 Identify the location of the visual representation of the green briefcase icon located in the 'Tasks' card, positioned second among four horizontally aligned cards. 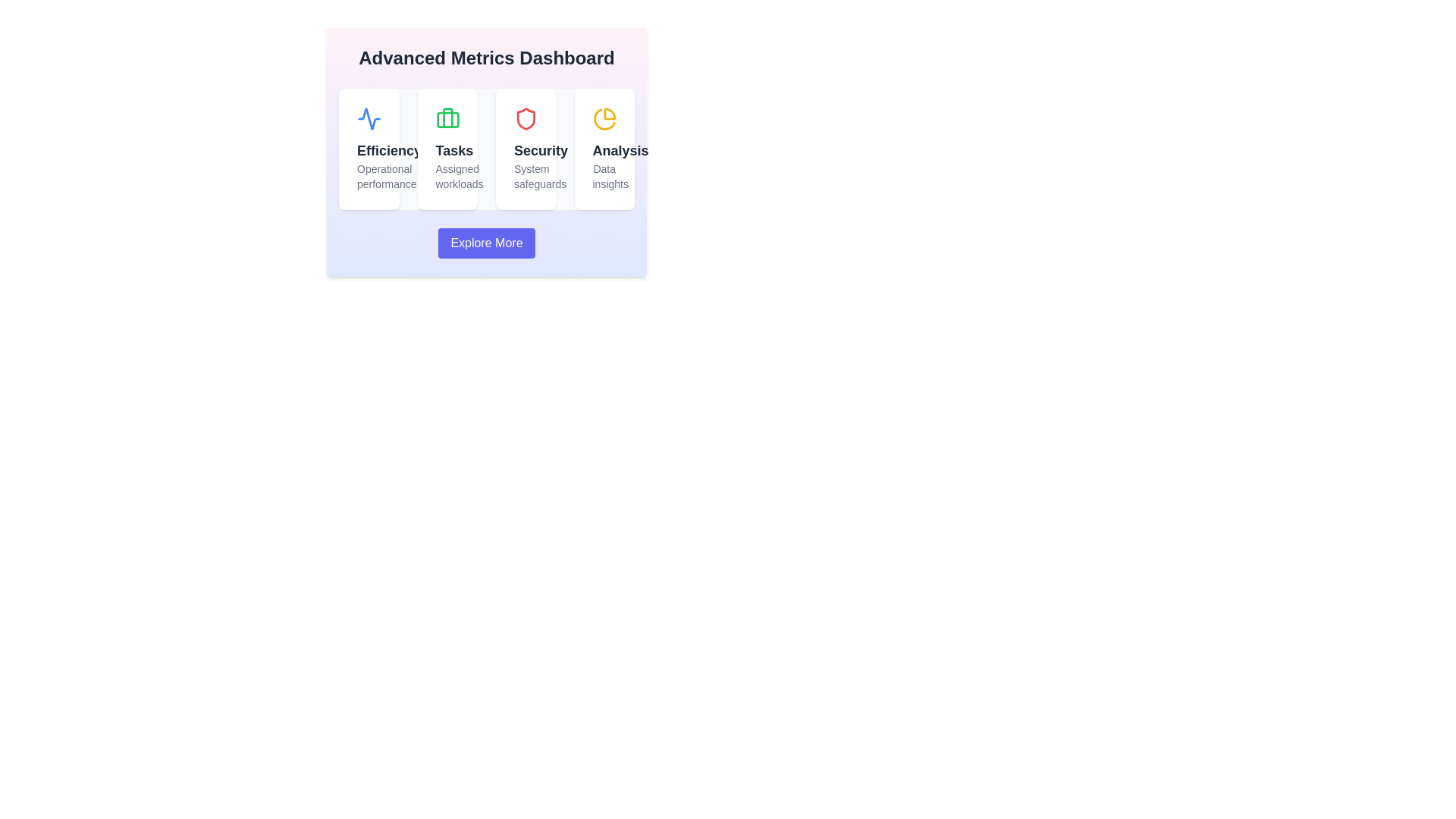
(447, 118).